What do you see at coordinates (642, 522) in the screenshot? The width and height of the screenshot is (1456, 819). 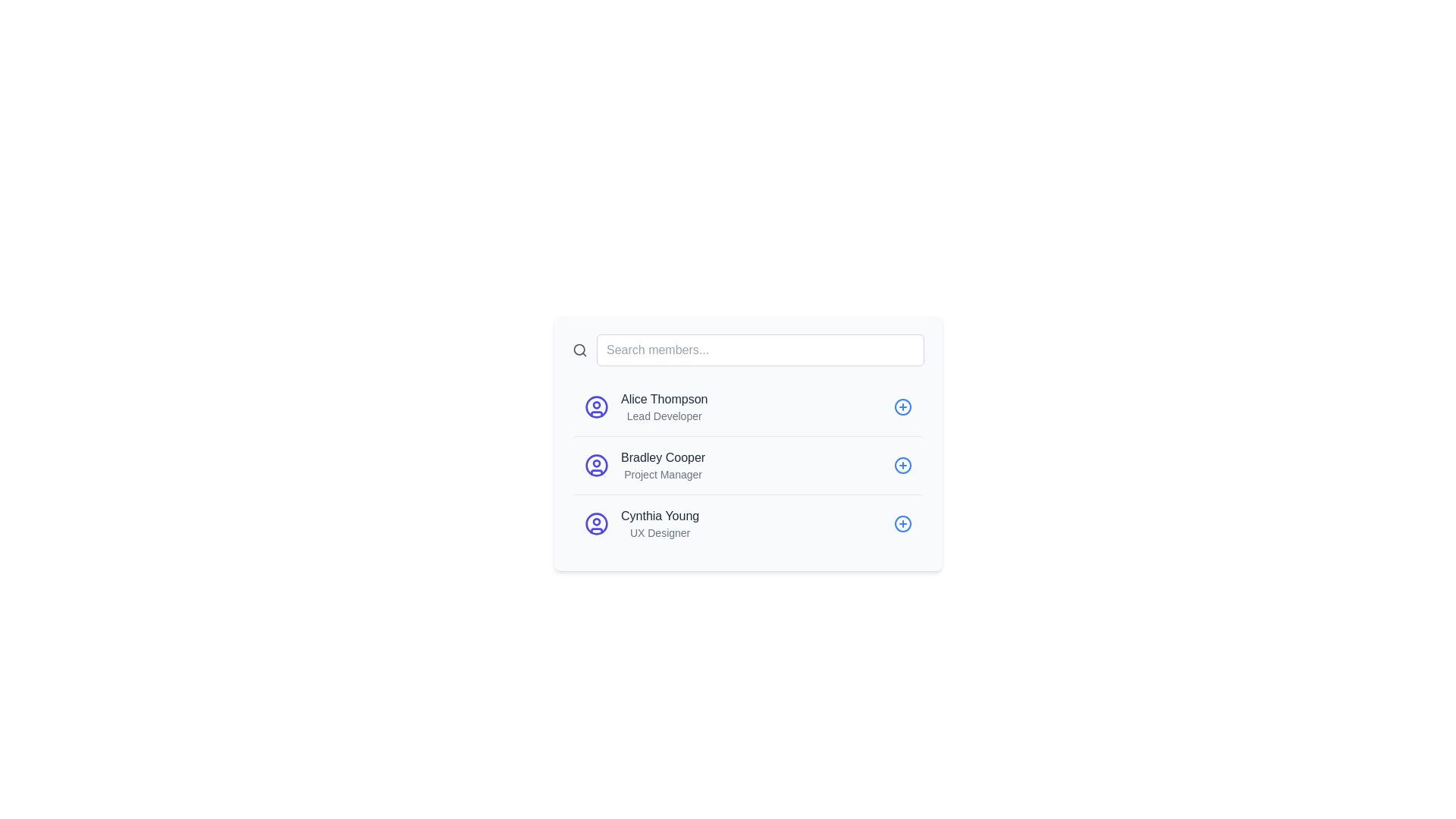 I see `the Profile listing entry that displays user information with text details and an avatar icon, located at the third position in a vertical list of members` at bounding box center [642, 522].